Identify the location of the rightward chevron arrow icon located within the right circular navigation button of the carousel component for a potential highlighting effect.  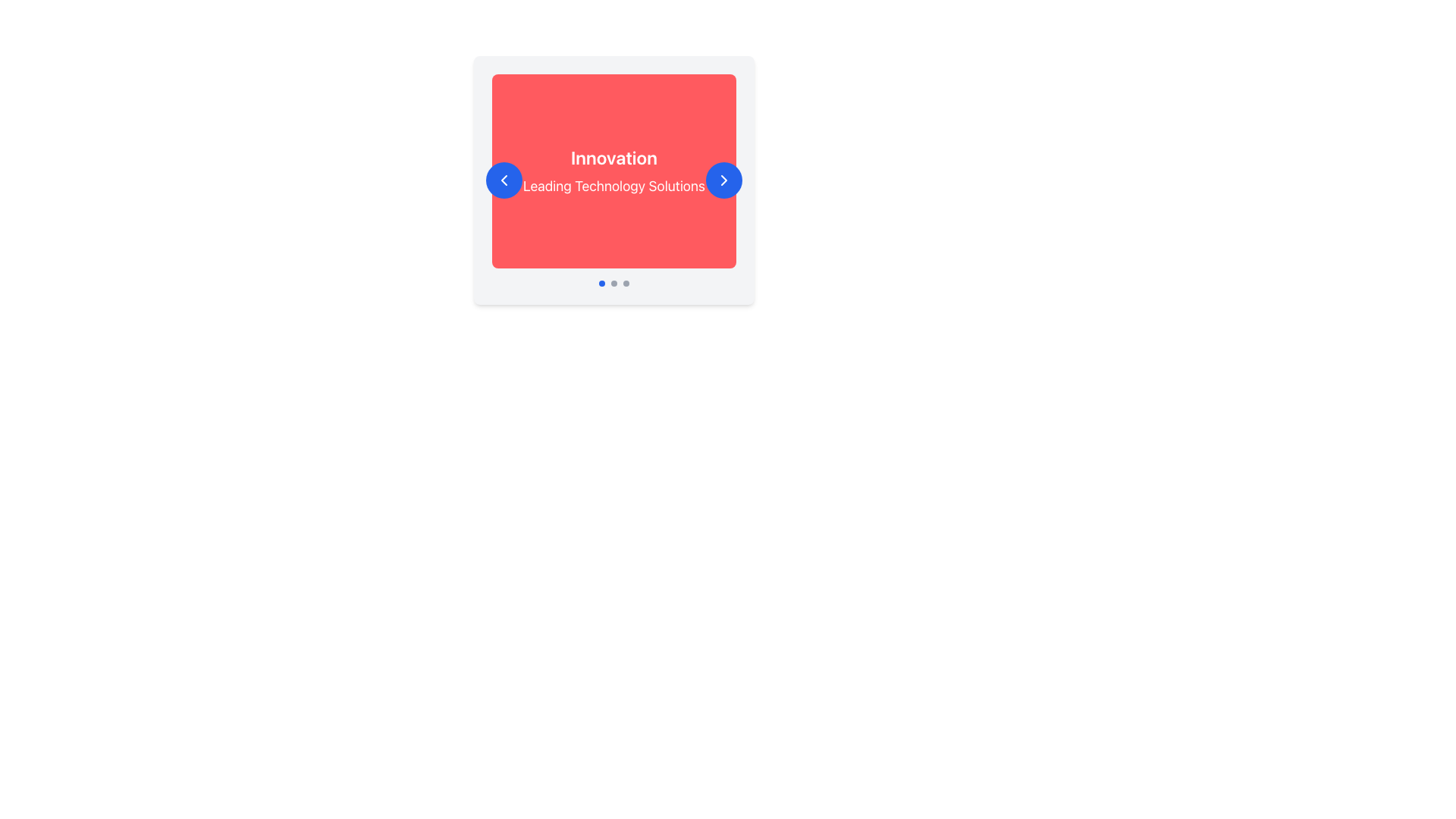
(723, 180).